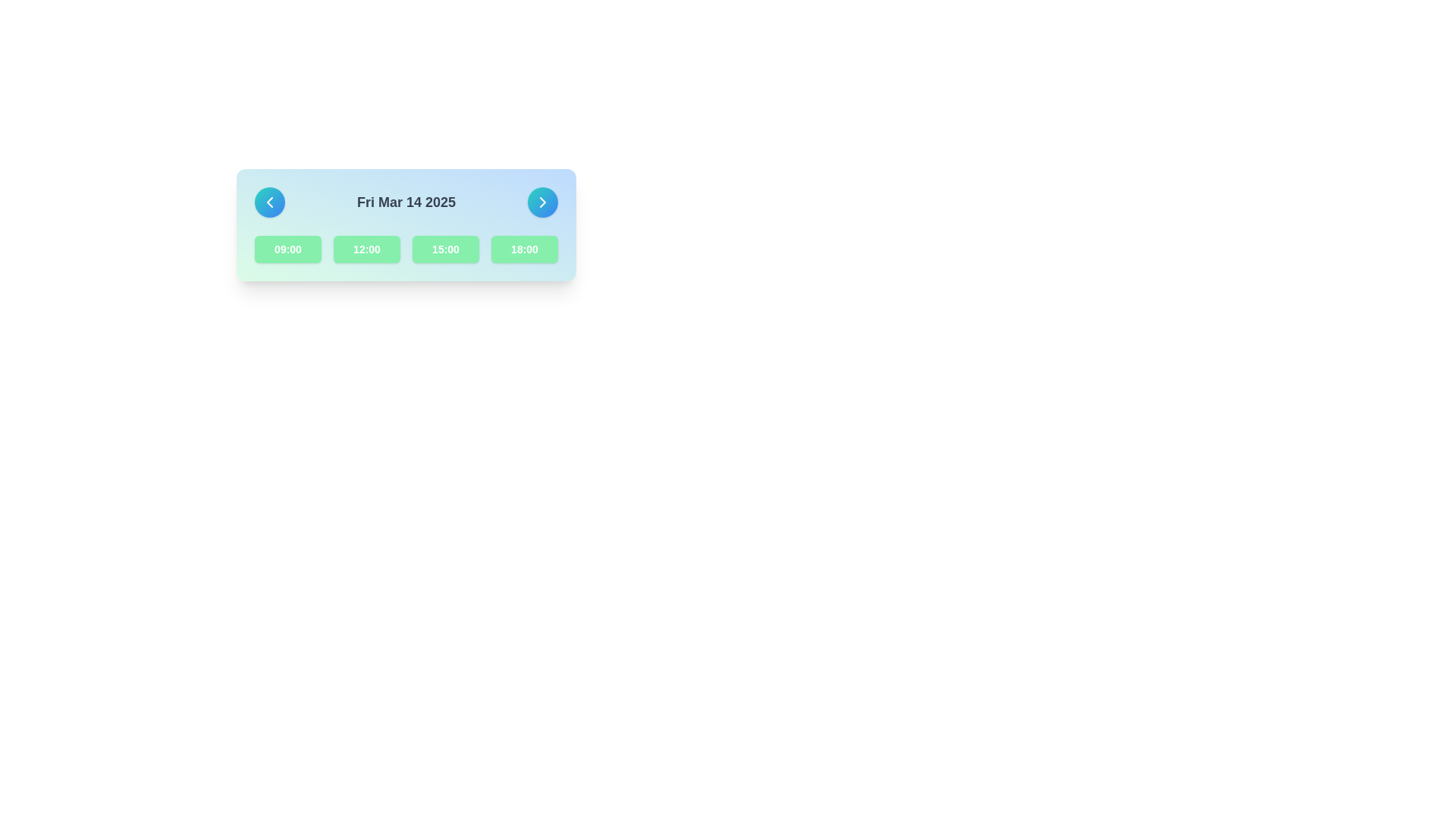  Describe the element at coordinates (542, 201) in the screenshot. I see `the chevron-shaped right arrow icon located within the rounded button on the right end of the horizontal panel` at that location.